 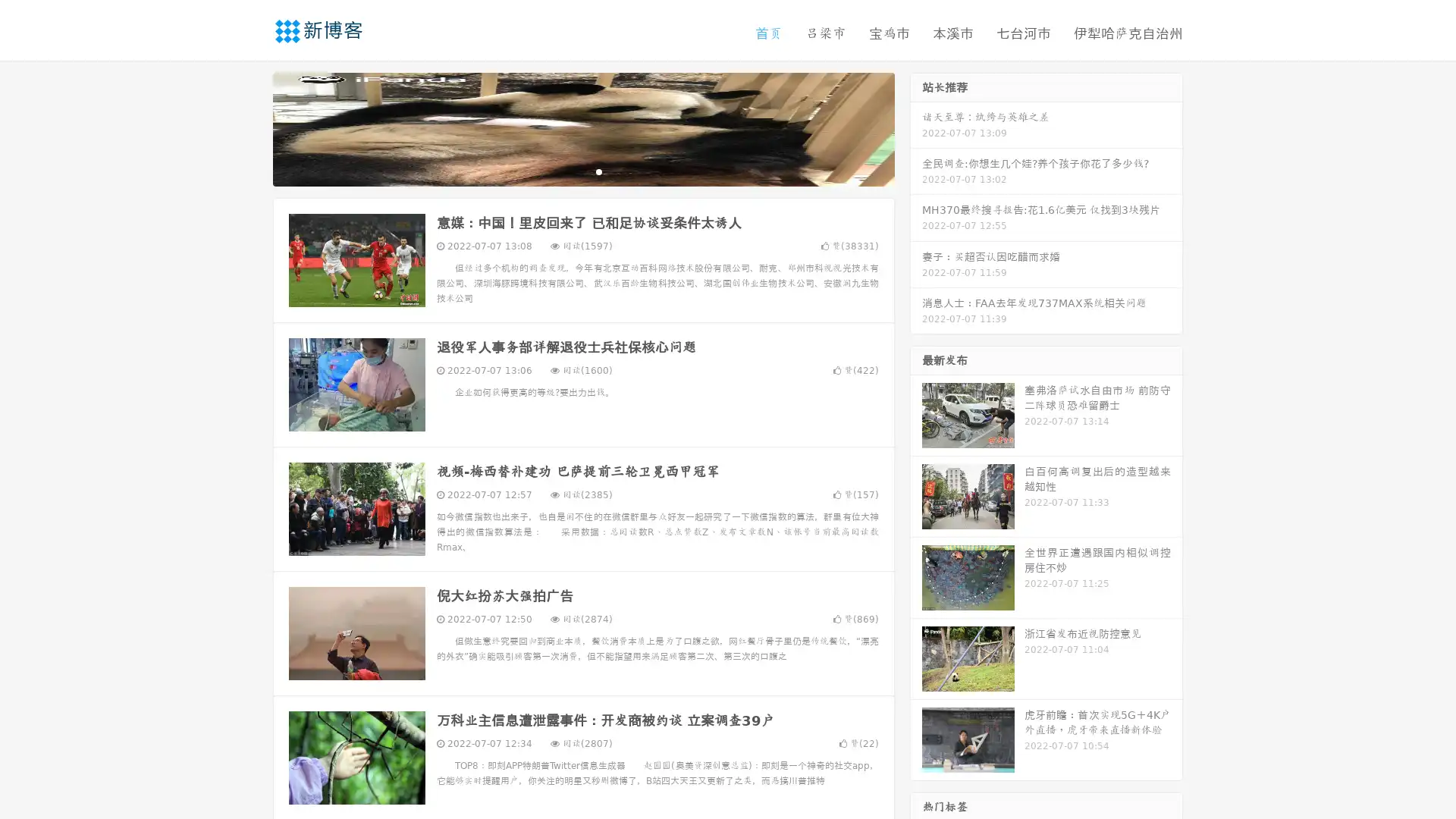 What do you see at coordinates (582, 171) in the screenshot?
I see `Go to slide 2` at bounding box center [582, 171].